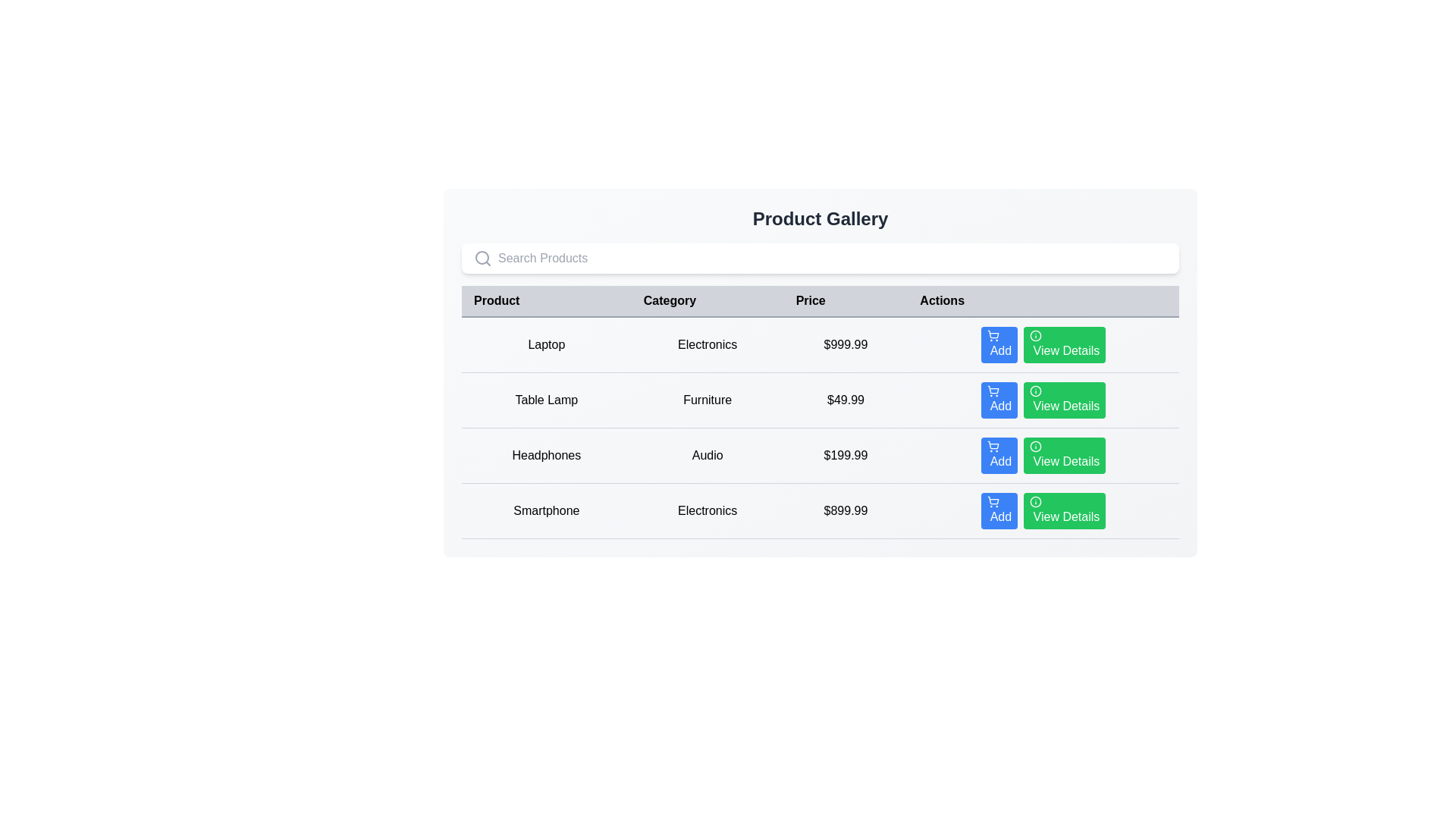 This screenshot has width=1456, height=819. Describe the element at coordinates (993, 502) in the screenshot. I see `the shopping cart icon in the 'Add' button located in the 'Actions' column of the table for the 'Smartphone' product` at that location.